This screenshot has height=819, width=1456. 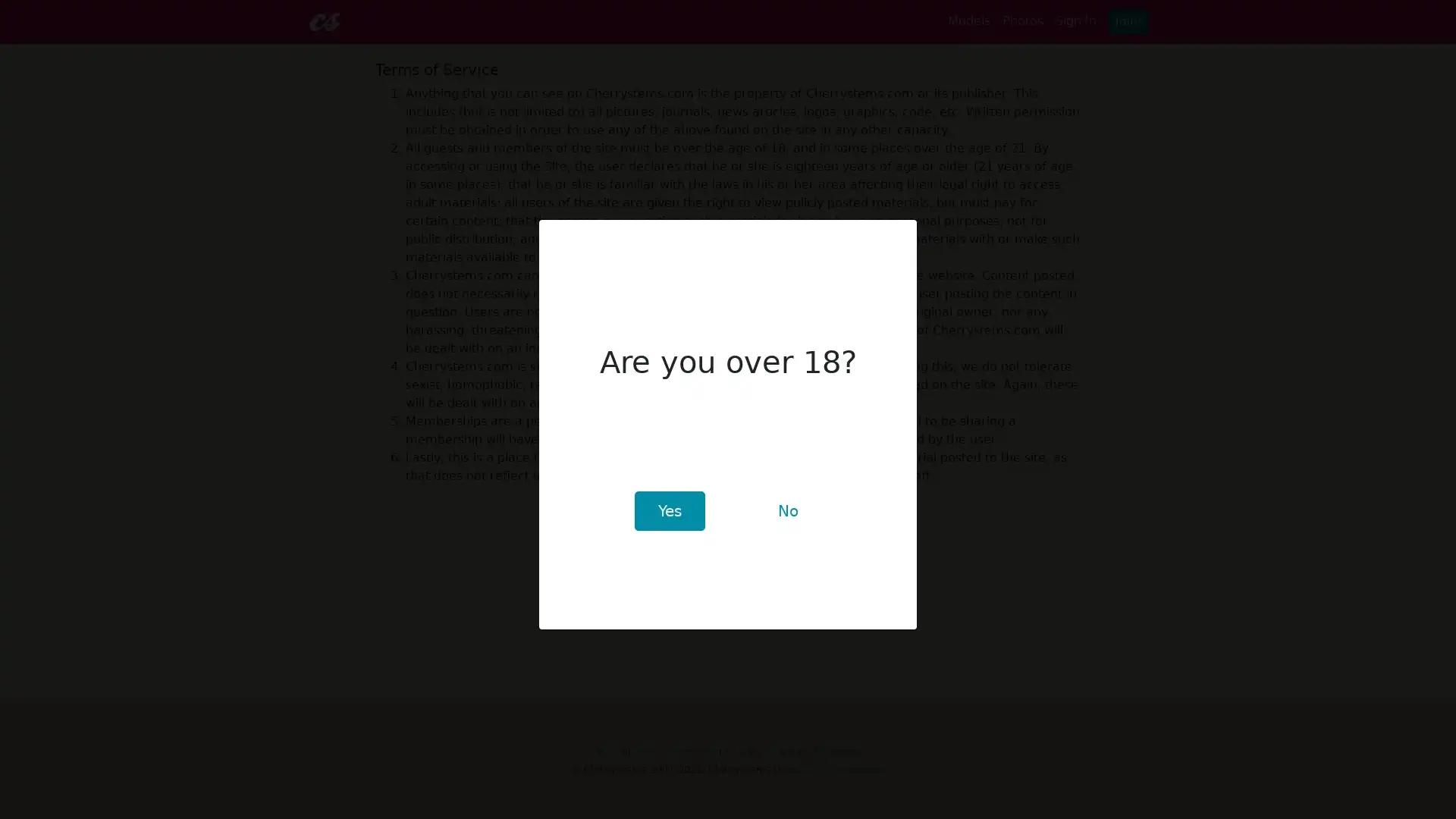 I want to click on Yes, so click(x=668, y=511).